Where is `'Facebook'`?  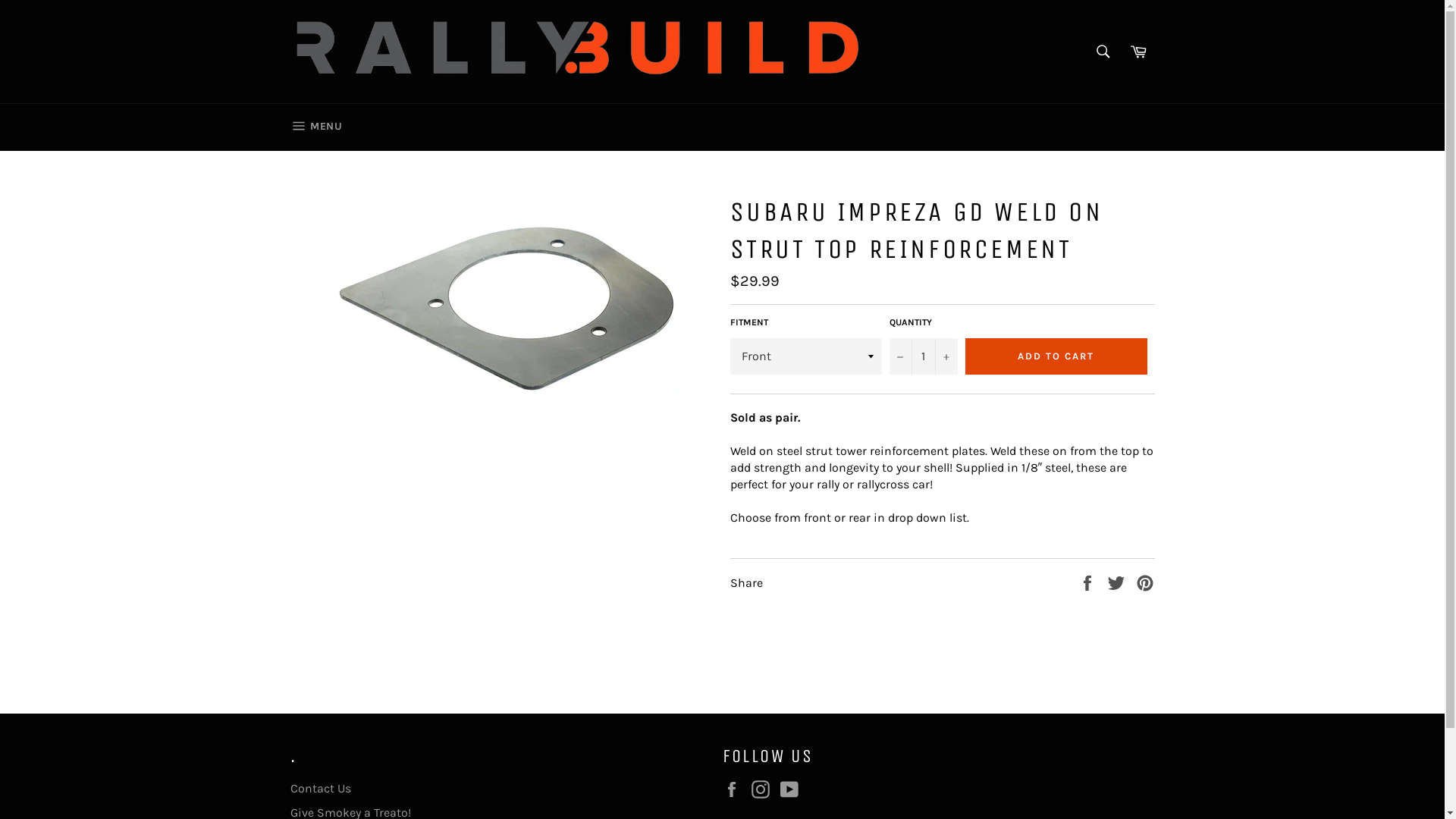 'Facebook' is located at coordinates (735, 789).